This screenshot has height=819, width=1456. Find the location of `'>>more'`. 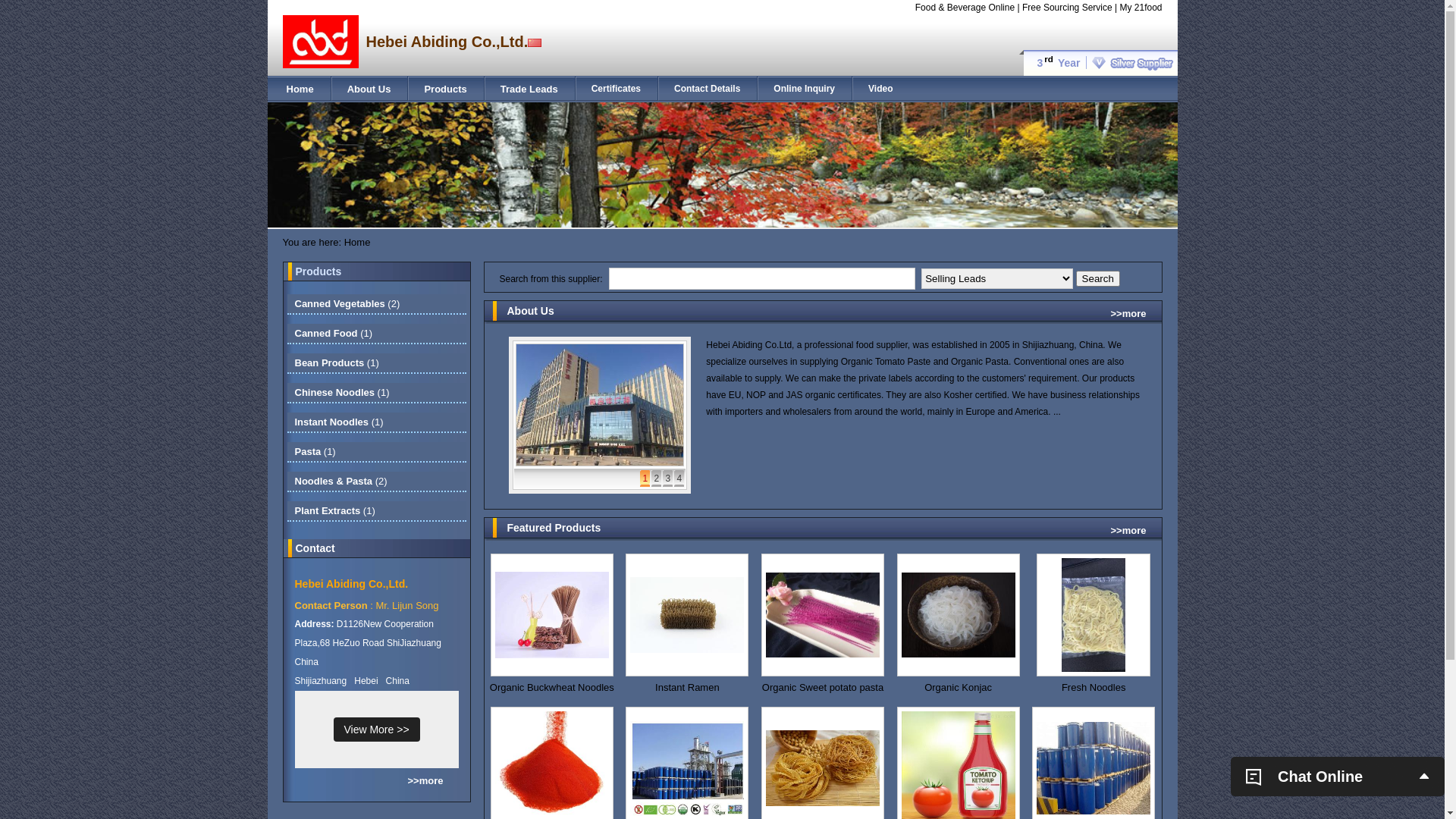

'>>more' is located at coordinates (1128, 312).